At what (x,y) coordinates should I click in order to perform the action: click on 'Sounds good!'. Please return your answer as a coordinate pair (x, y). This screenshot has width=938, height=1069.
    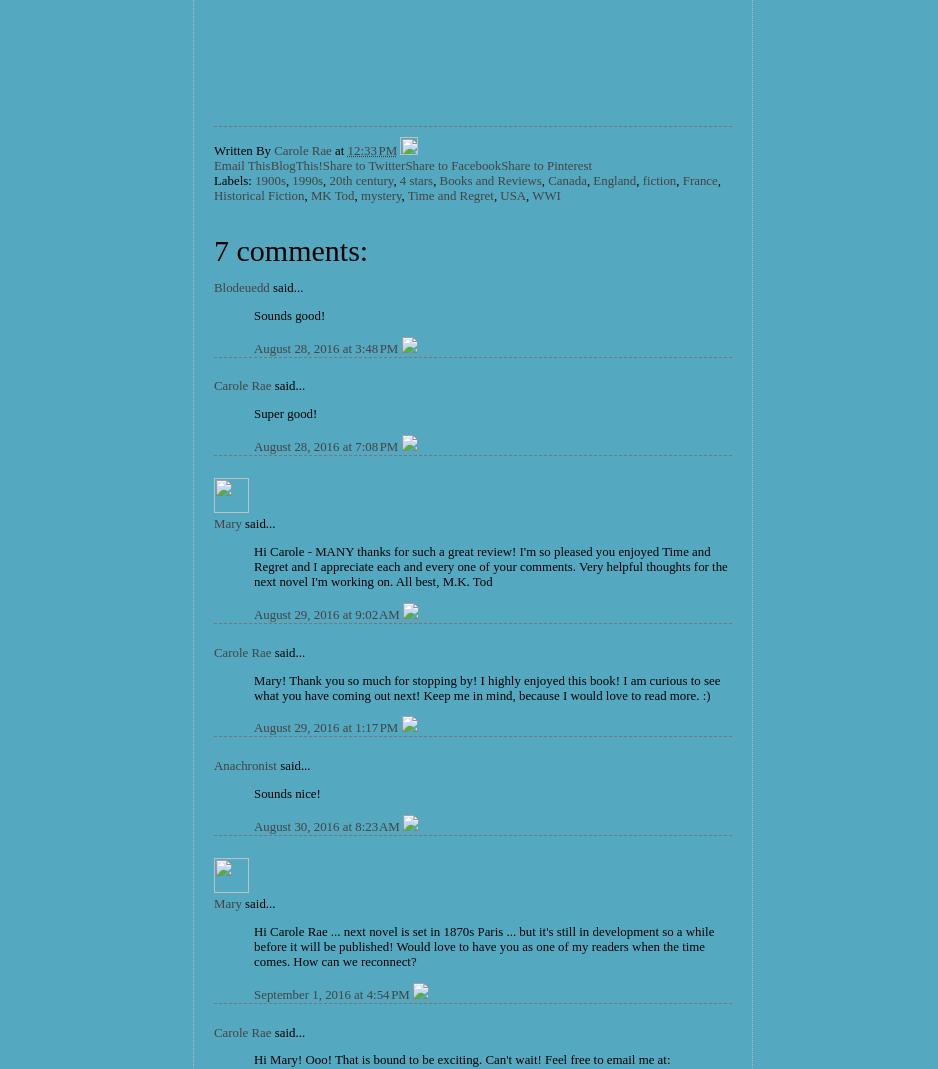
    Looking at the image, I should click on (289, 314).